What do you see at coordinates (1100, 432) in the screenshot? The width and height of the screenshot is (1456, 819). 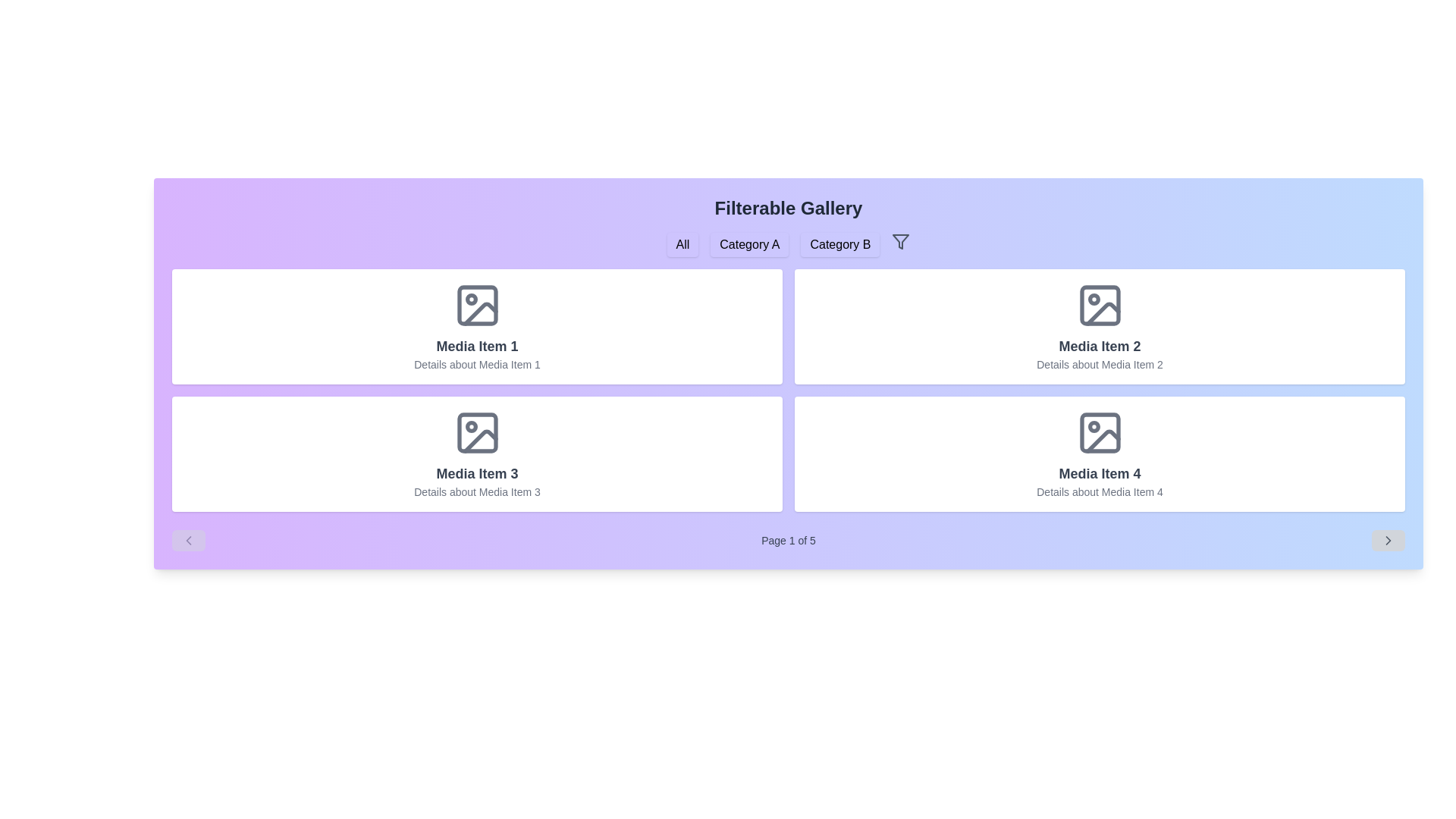 I see `the gallery icon within the fourth media item card titled 'Media Item 4', which features a line-drawn design of a rectangular outline with a circle and angled lines` at bounding box center [1100, 432].